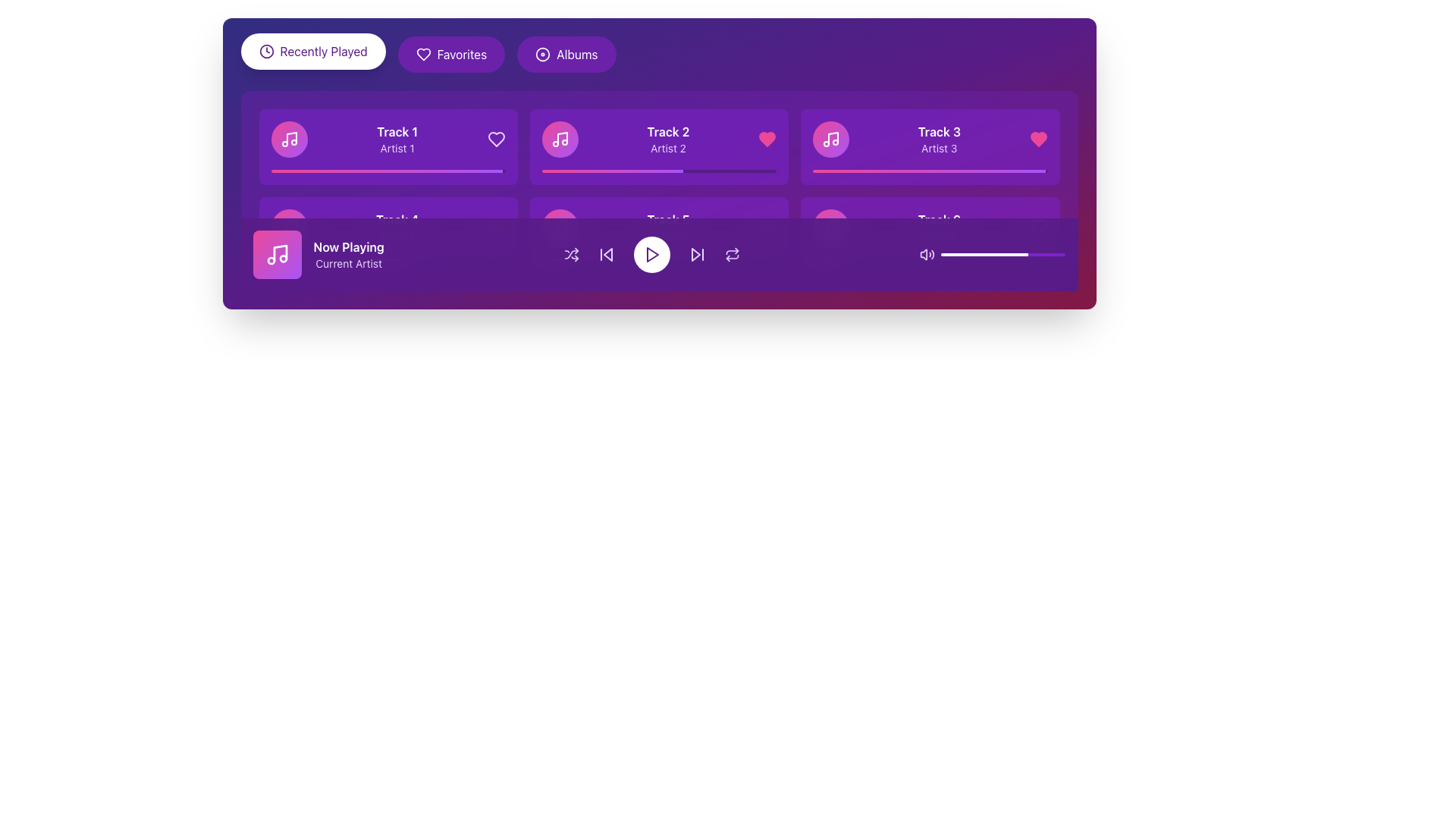  What do you see at coordinates (561, 138) in the screenshot?
I see `the thin vertical line resembling a music note's stem located within the circular music icon in the top left corner of the second card (Track 2, Artist 2)` at bounding box center [561, 138].